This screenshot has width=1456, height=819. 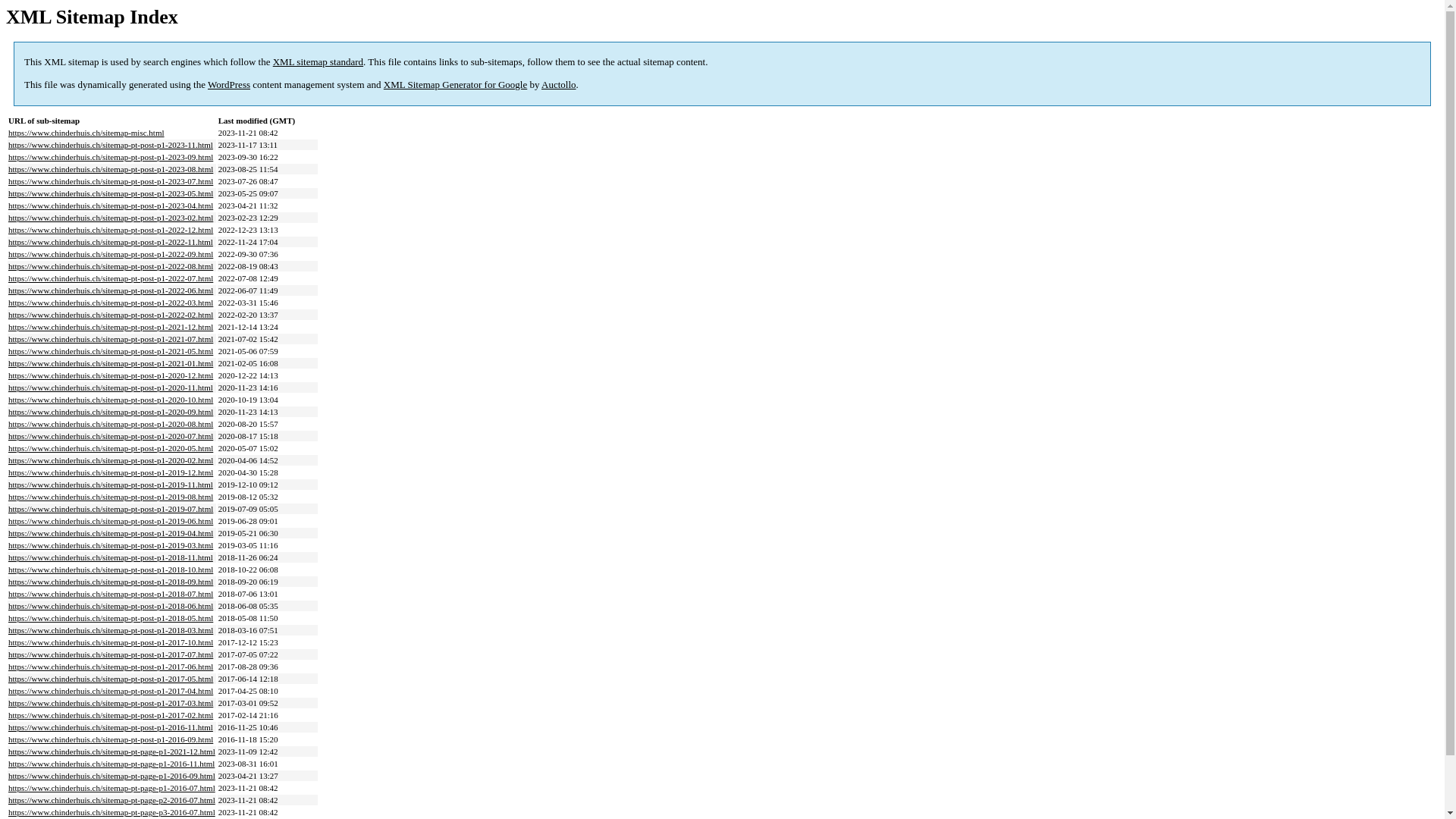 I want to click on 'https://www.chinderhuis.ch/sitemap-pt-post-p1-2017-10.html', so click(x=109, y=642).